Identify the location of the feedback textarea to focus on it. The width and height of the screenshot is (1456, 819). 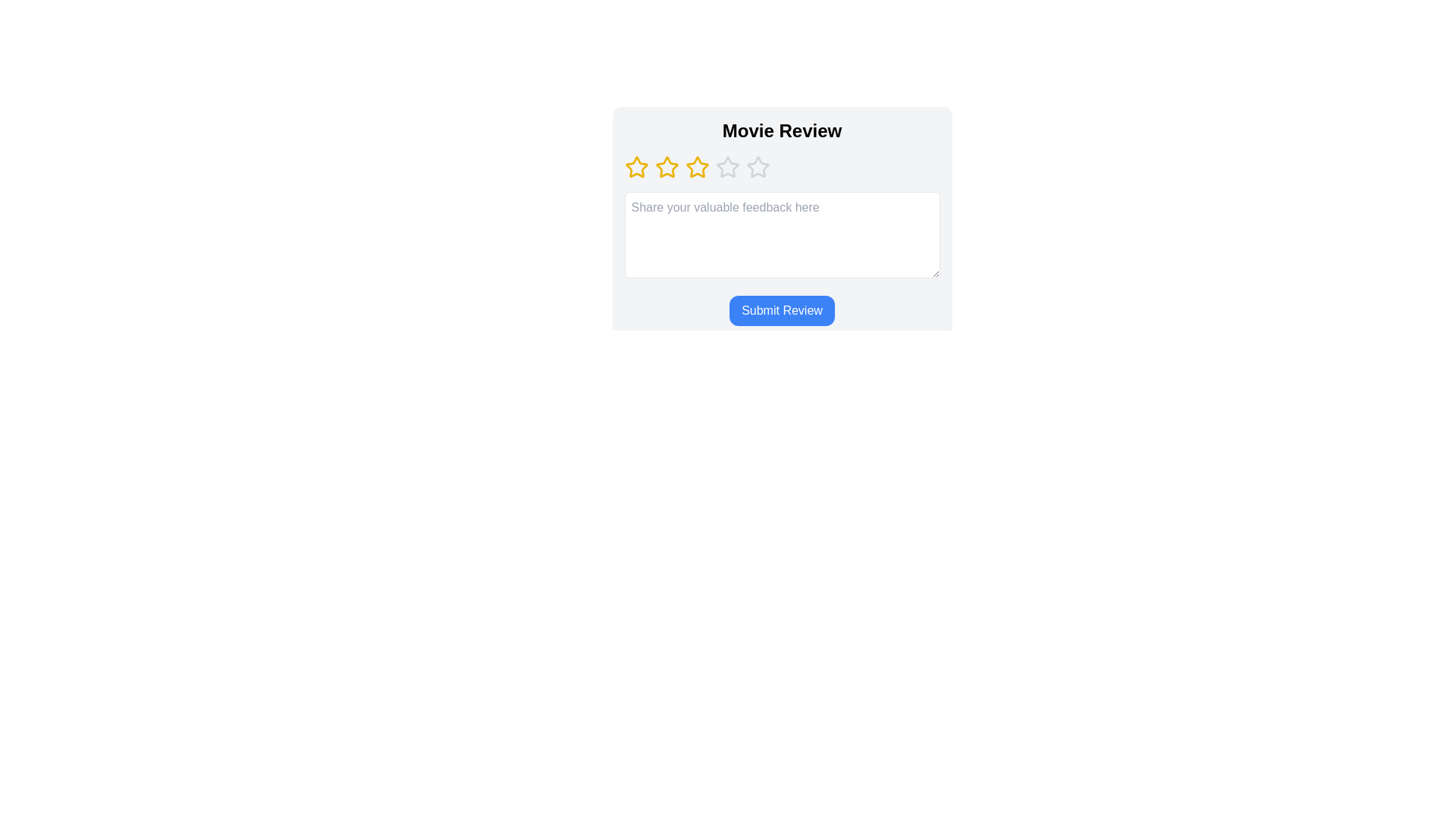
(782, 234).